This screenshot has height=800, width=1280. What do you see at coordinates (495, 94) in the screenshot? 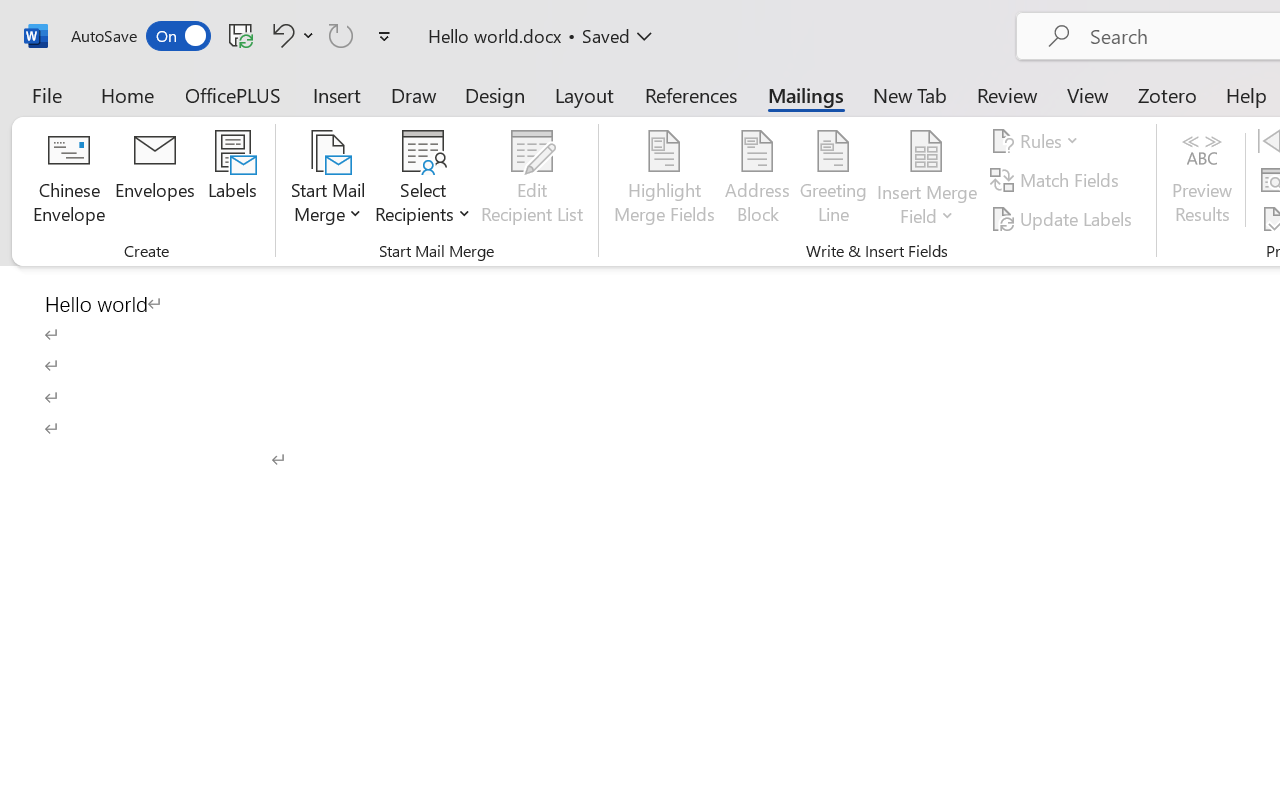
I see `'Design'` at bounding box center [495, 94].